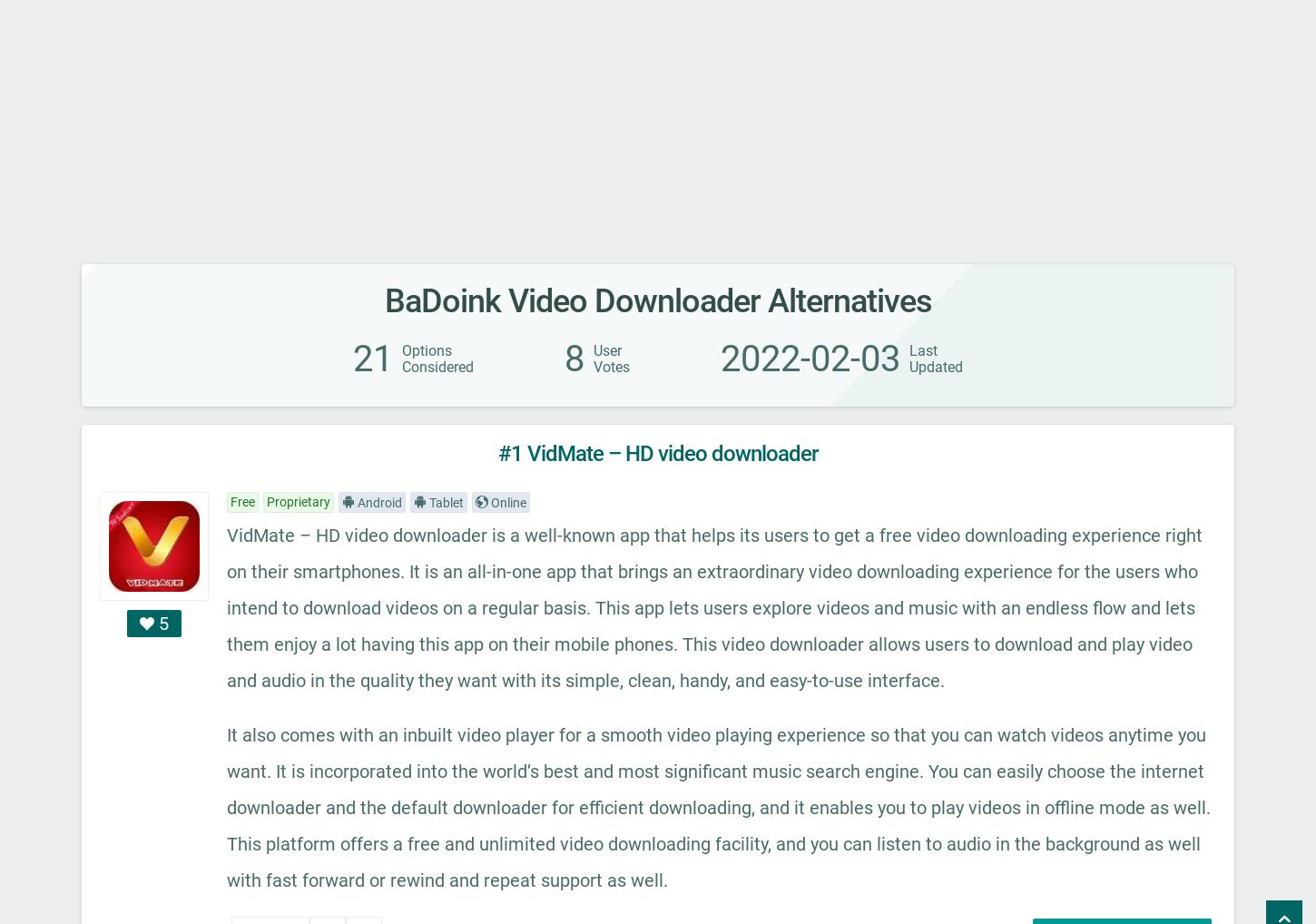 This screenshot has height=924, width=1316. What do you see at coordinates (656, 300) in the screenshot?
I see `'BaDoink Video Downloader Alternatives'` at bounding box center [656, 300].